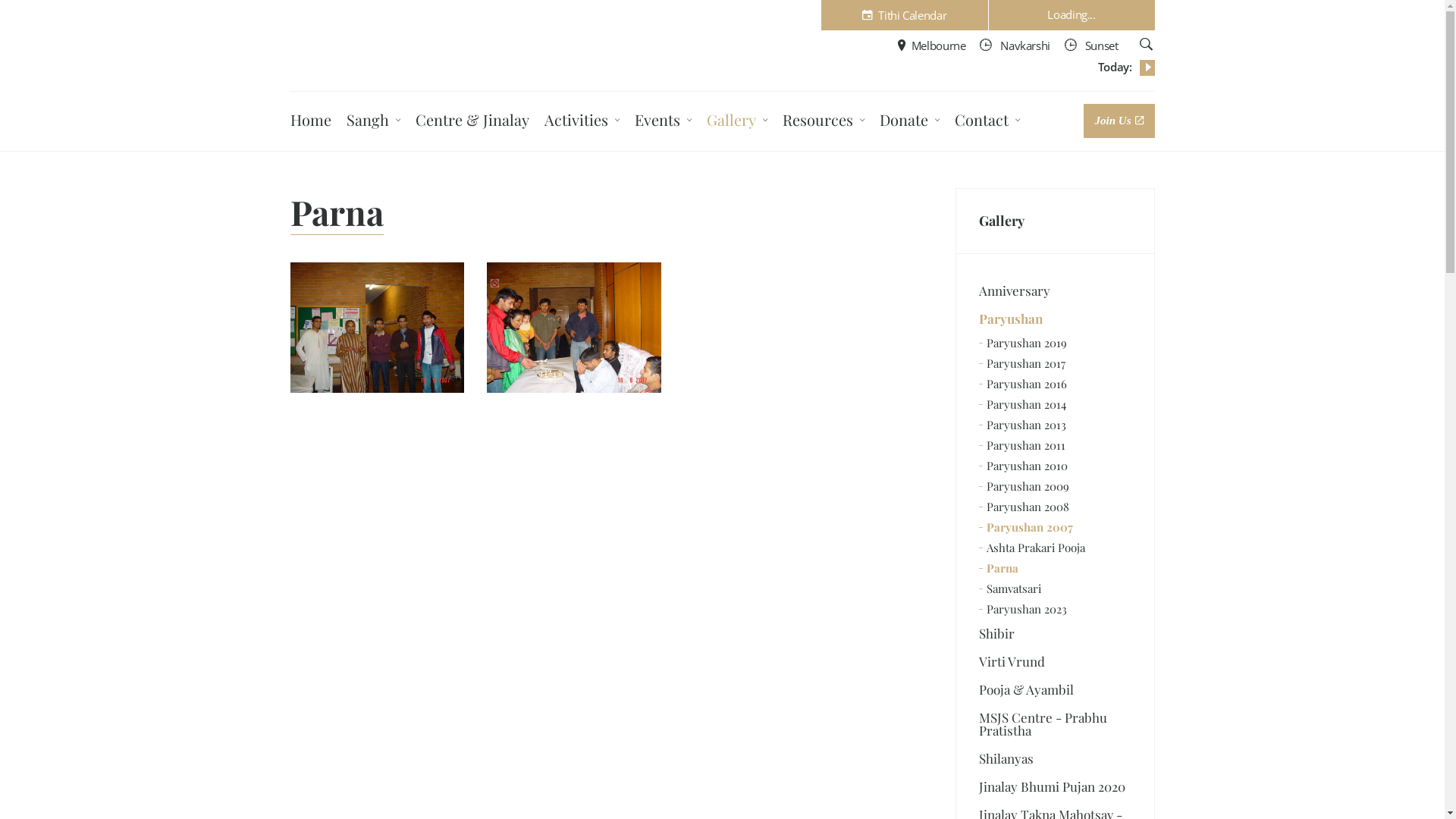 The image size is (1456, 819). Describe the element at coordinates (1054, 608) in the screenshot. I see `'Paryushan 2023'` at that location.